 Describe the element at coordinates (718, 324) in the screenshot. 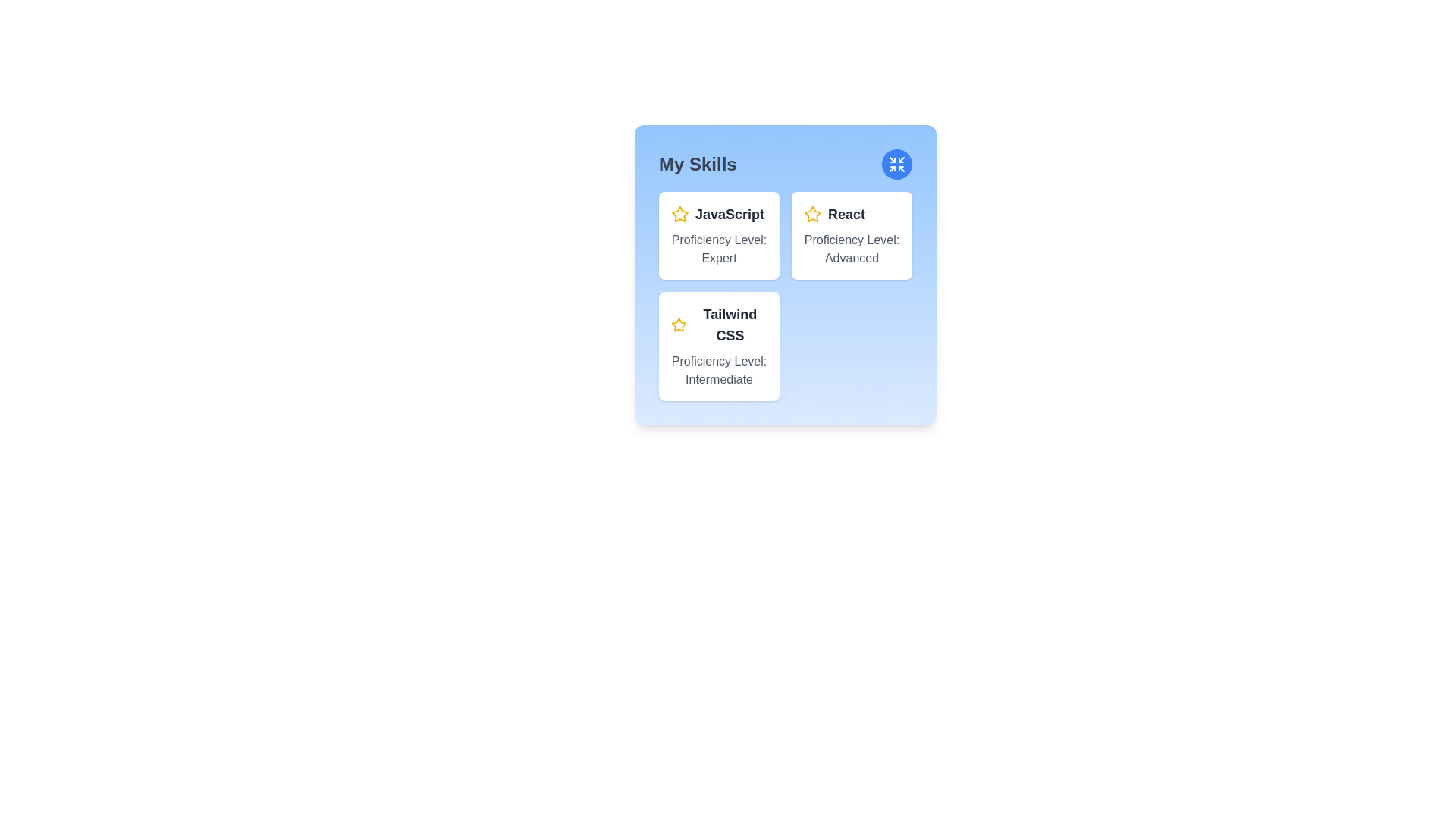

I see `the label indicating the skill 'Tailwind CSS' located in the bottom-left card of the 'My Skills' panel, positioned above the 'Proficiency Level: Intermediate' text and to the right of the star icon` at that location.